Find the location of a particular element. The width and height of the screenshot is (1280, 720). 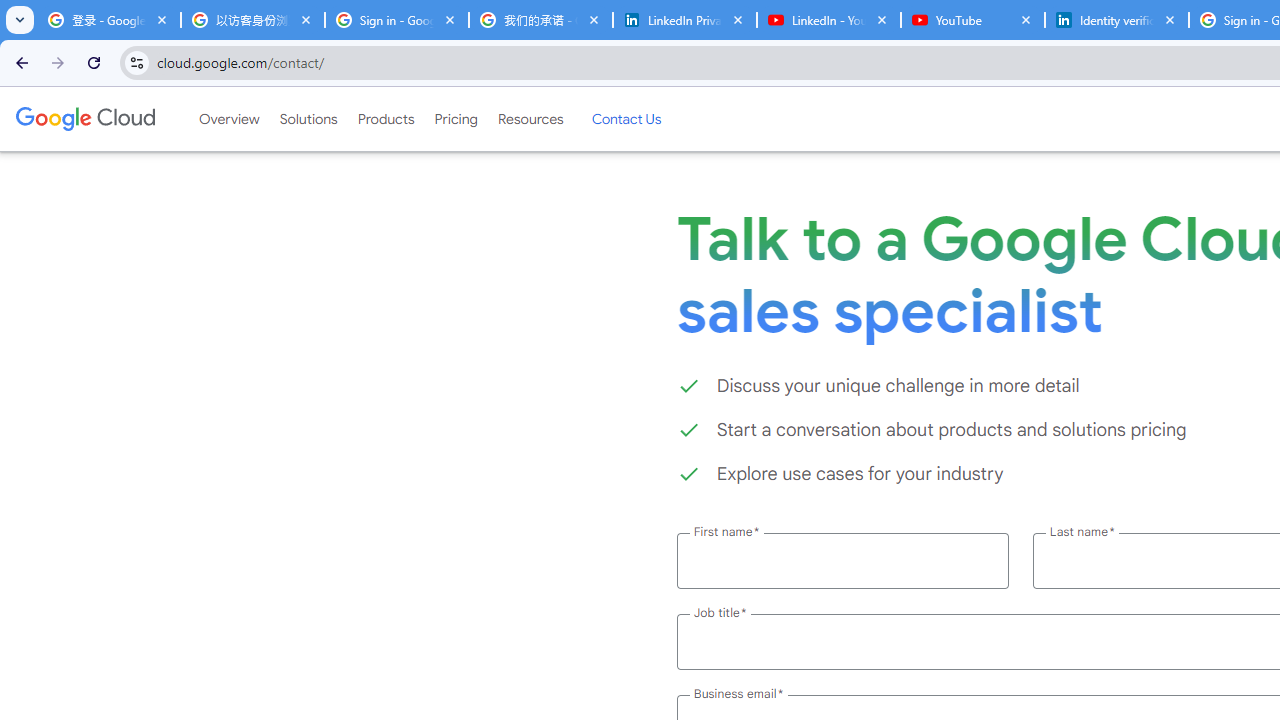

'Pricing' is located at coordinates (454, 119).